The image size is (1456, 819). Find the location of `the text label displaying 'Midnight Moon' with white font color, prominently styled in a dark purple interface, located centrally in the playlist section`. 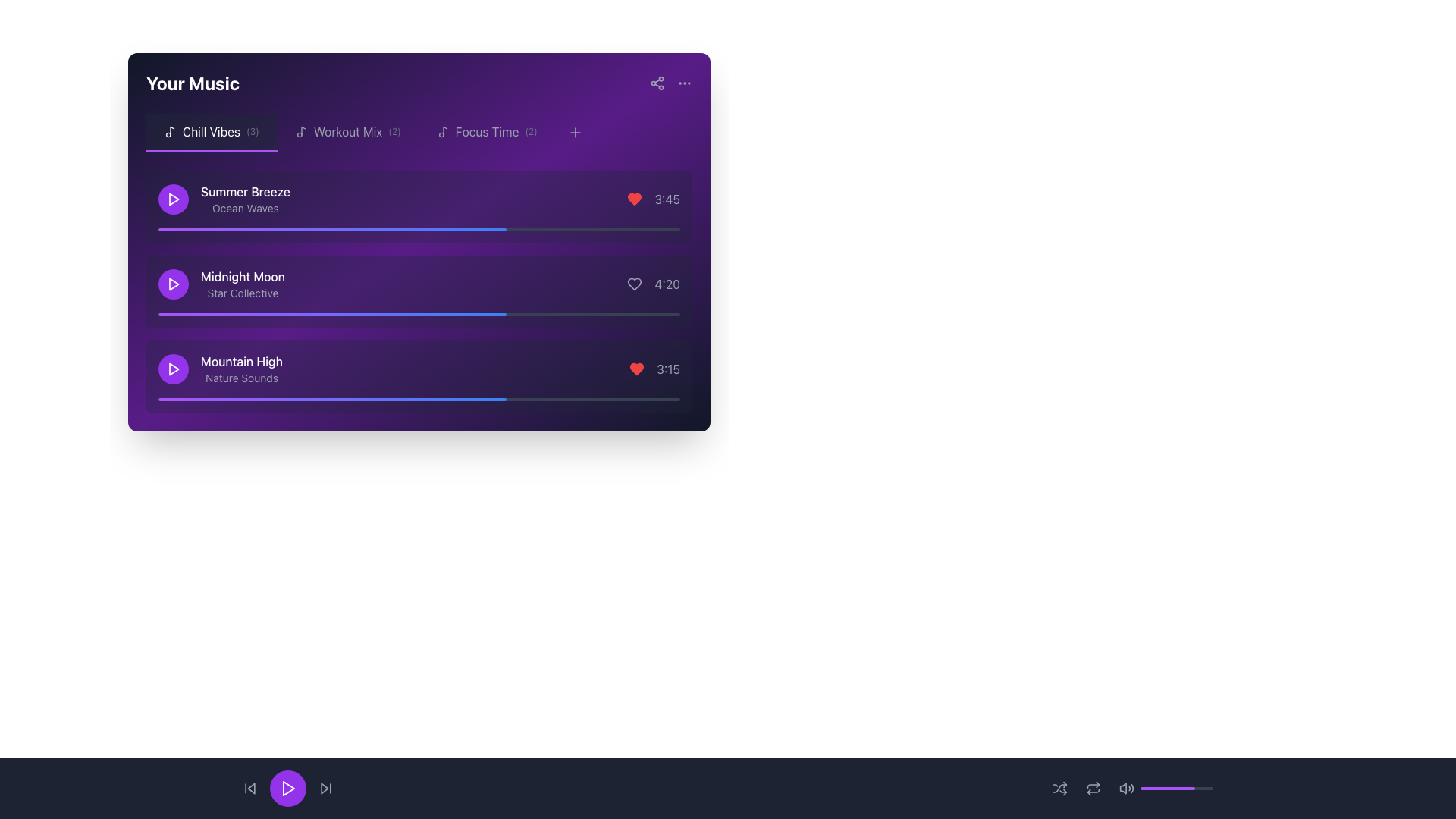

the text label displaying 'Midnight Moon' with white font color, prominently styled in a dark purple interface, located centrally in the playlist section is located at coordinates (243, 277).